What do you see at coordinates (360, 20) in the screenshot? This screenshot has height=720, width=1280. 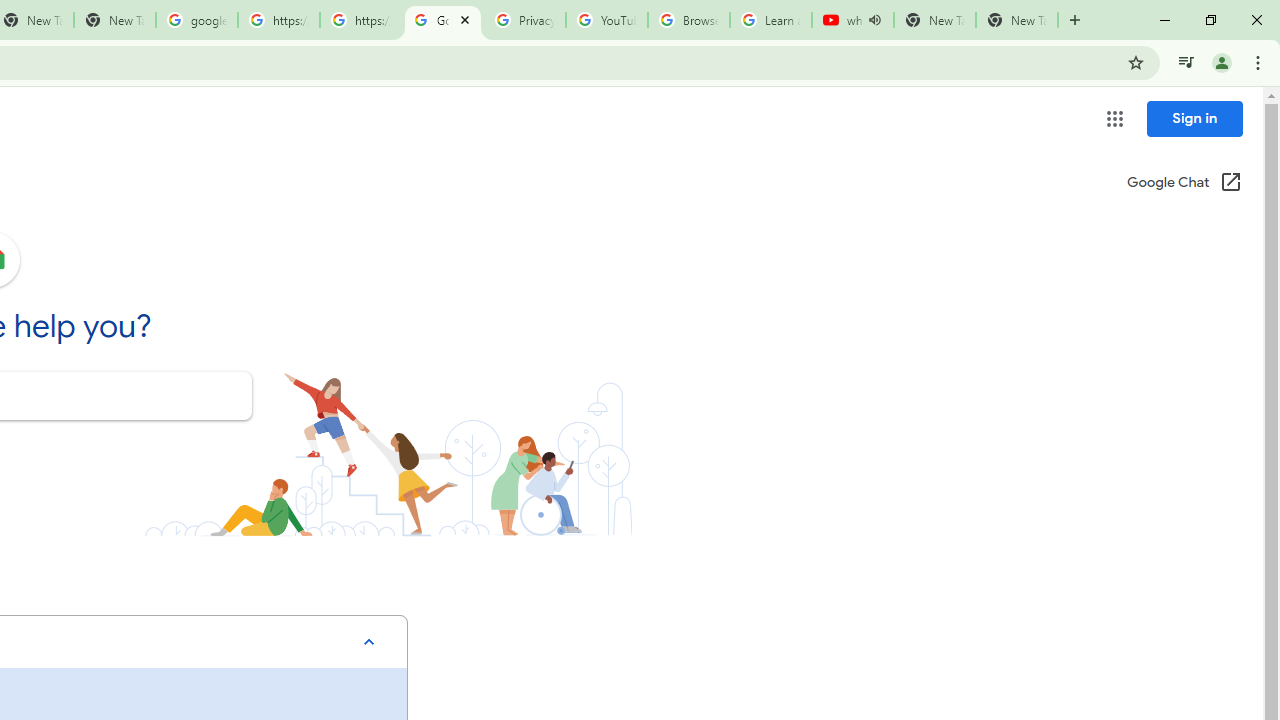 I see `'https://scholar.google.com/'` at bounding box center [360, 20].